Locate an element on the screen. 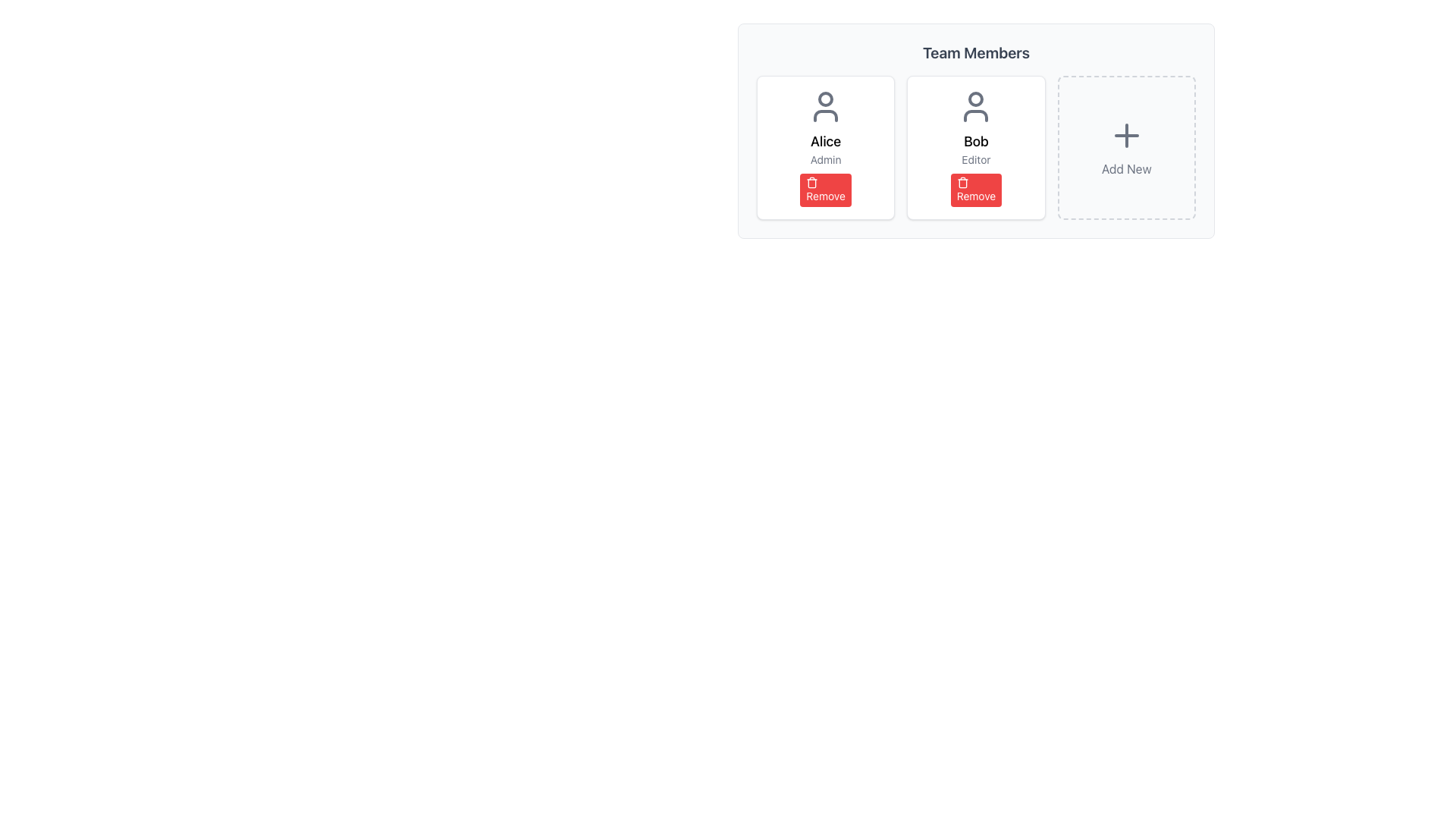 Image resolution: width=1456 pixels, height=819 pixels. the 'Add New' button, which is a rectangular button with a dashed border and a centered plus icon, located to the right of the 'Alice' and 'Bob' buttons is located at coordinates (1126, 148).